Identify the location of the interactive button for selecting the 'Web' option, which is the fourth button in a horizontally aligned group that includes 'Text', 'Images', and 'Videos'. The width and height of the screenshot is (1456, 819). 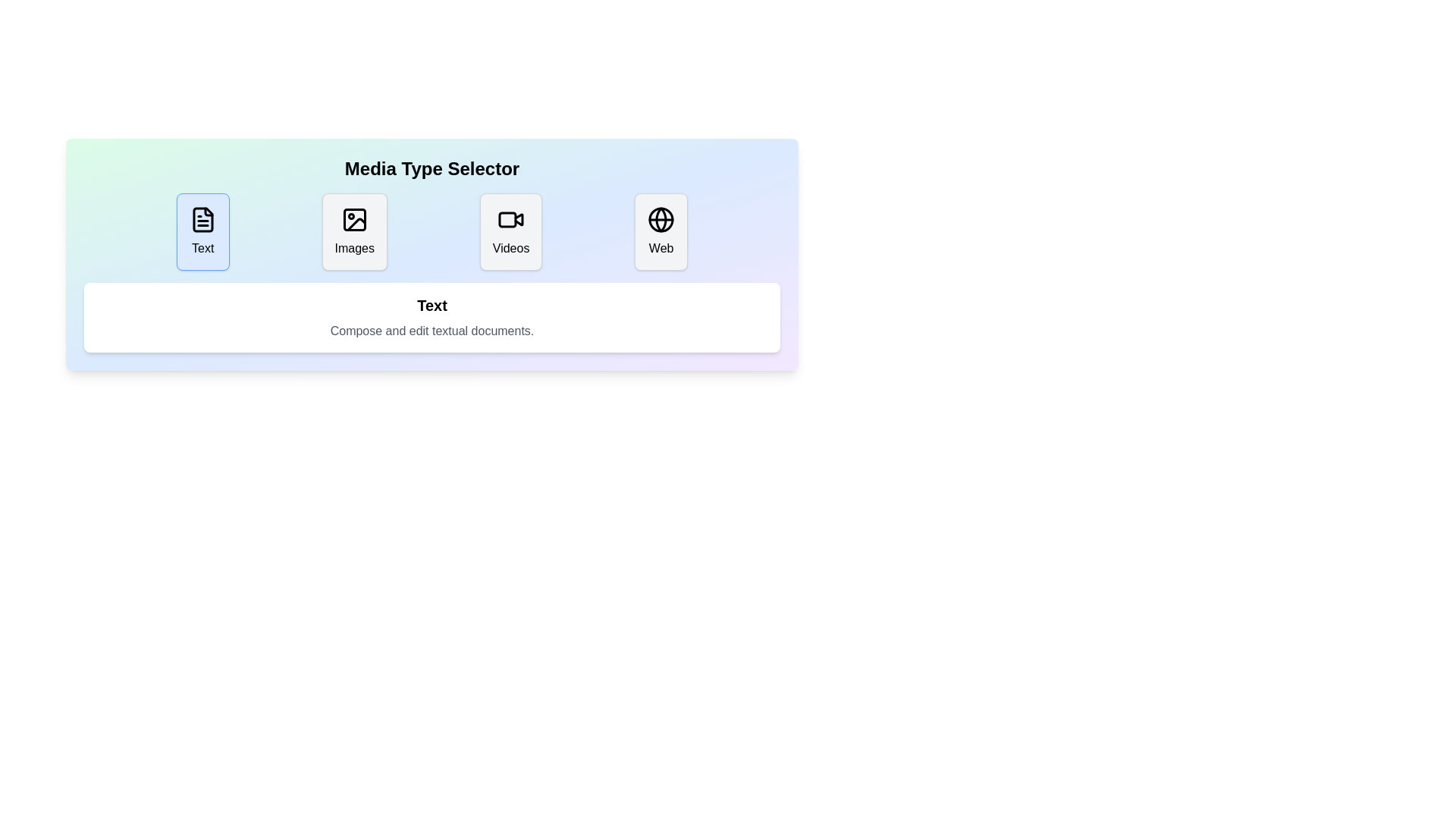
(661, 231).